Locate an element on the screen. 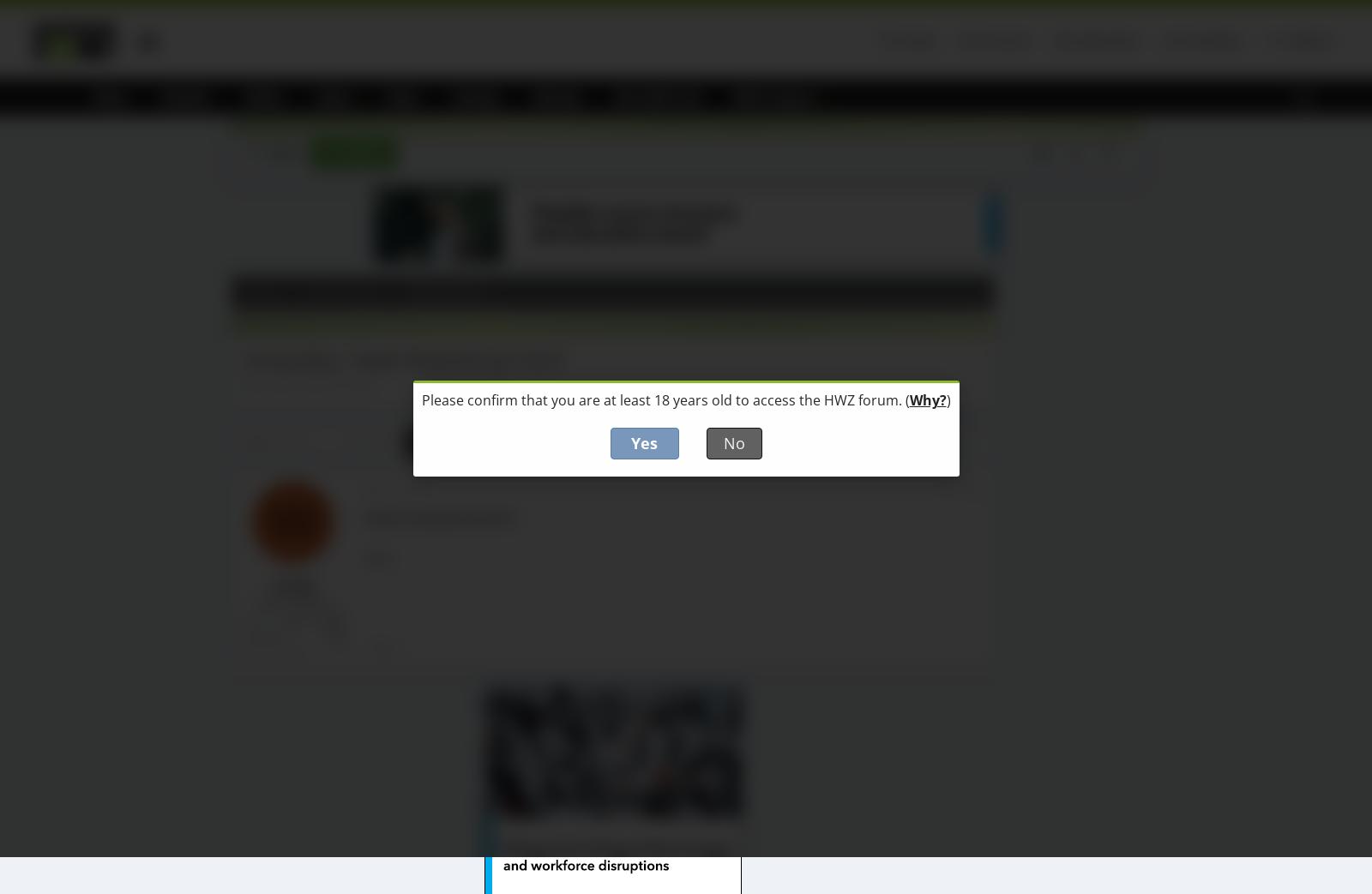 This screenshot has width=1372, height=894. '7' is located at coordinates (442, 441).